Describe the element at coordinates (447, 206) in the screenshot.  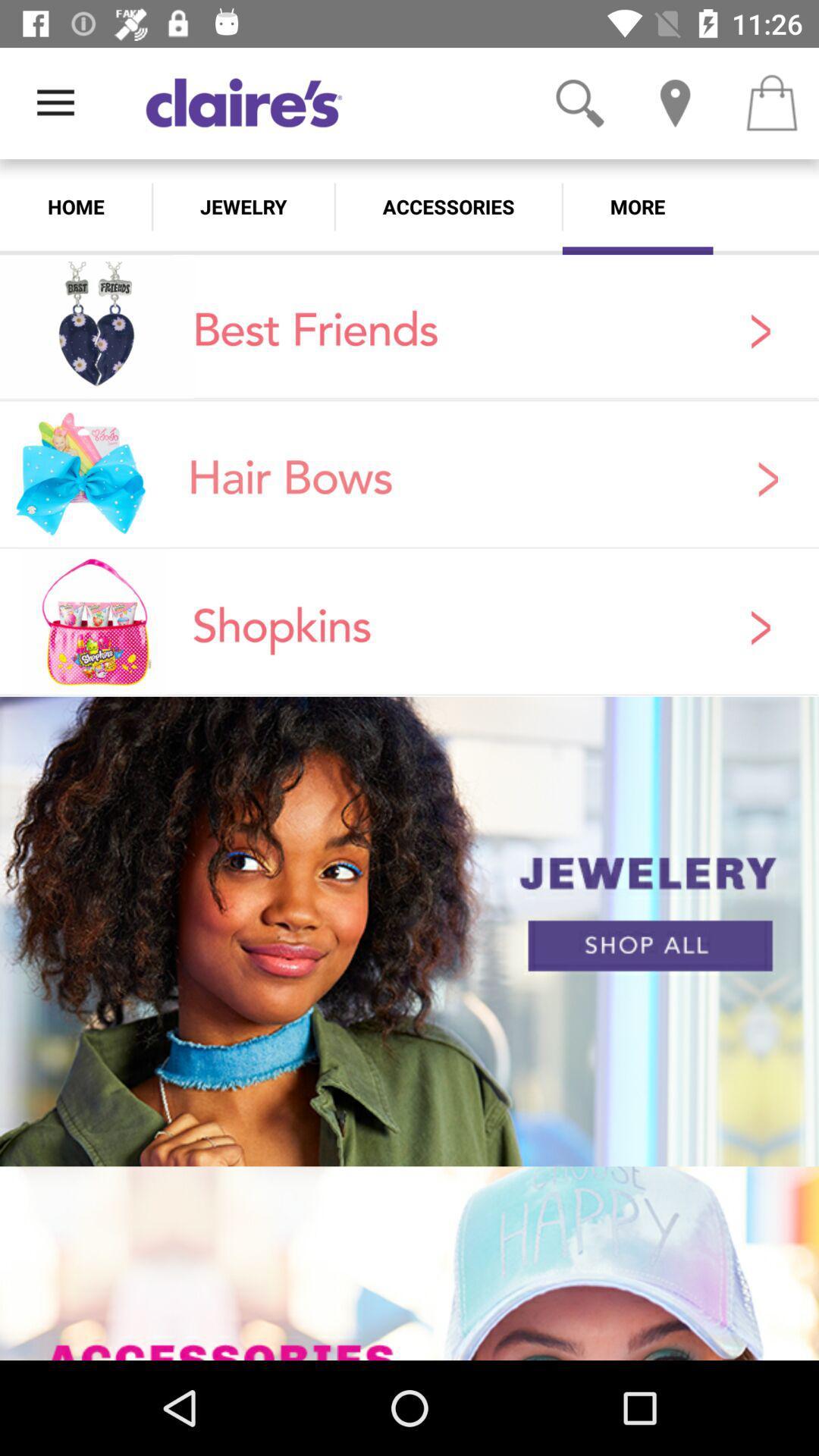
I see `item to the left of more icon` at that location.